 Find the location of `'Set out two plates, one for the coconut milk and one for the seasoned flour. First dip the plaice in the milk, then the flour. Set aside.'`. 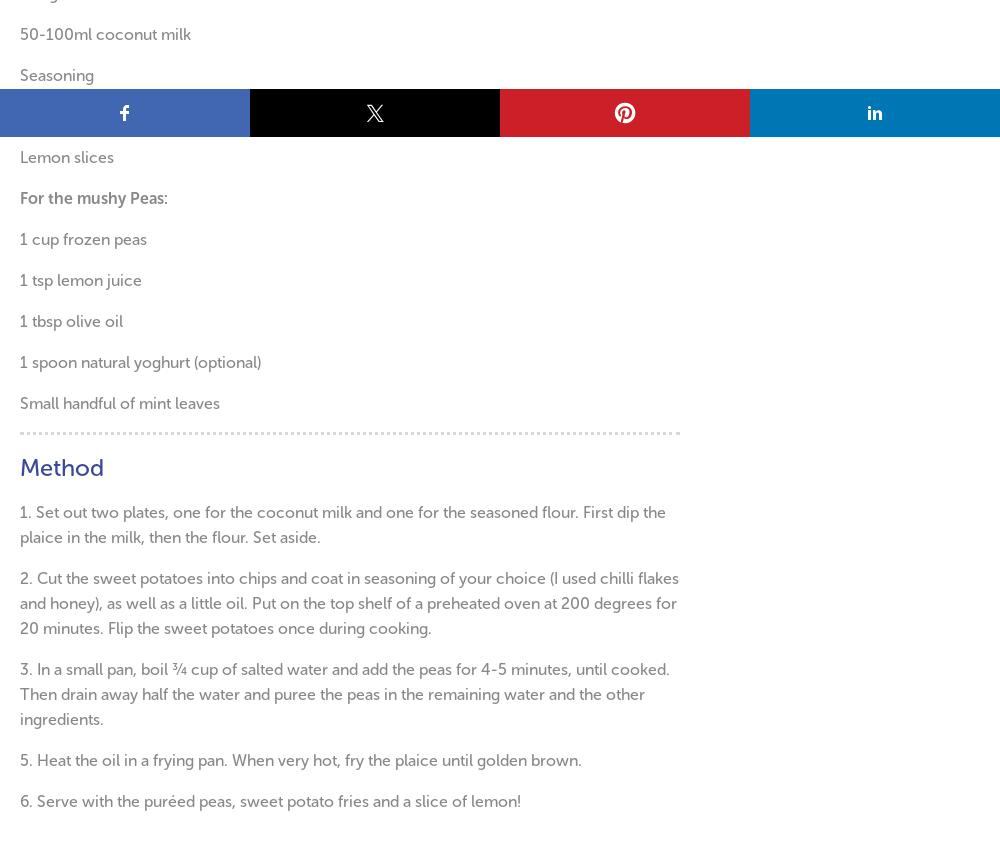

'Set out two plates, one for the coconut milk and one for the seasoned flour. First dip the plaice in the milk, then the flour. Set aside.' is located at coordinates (342, 524).